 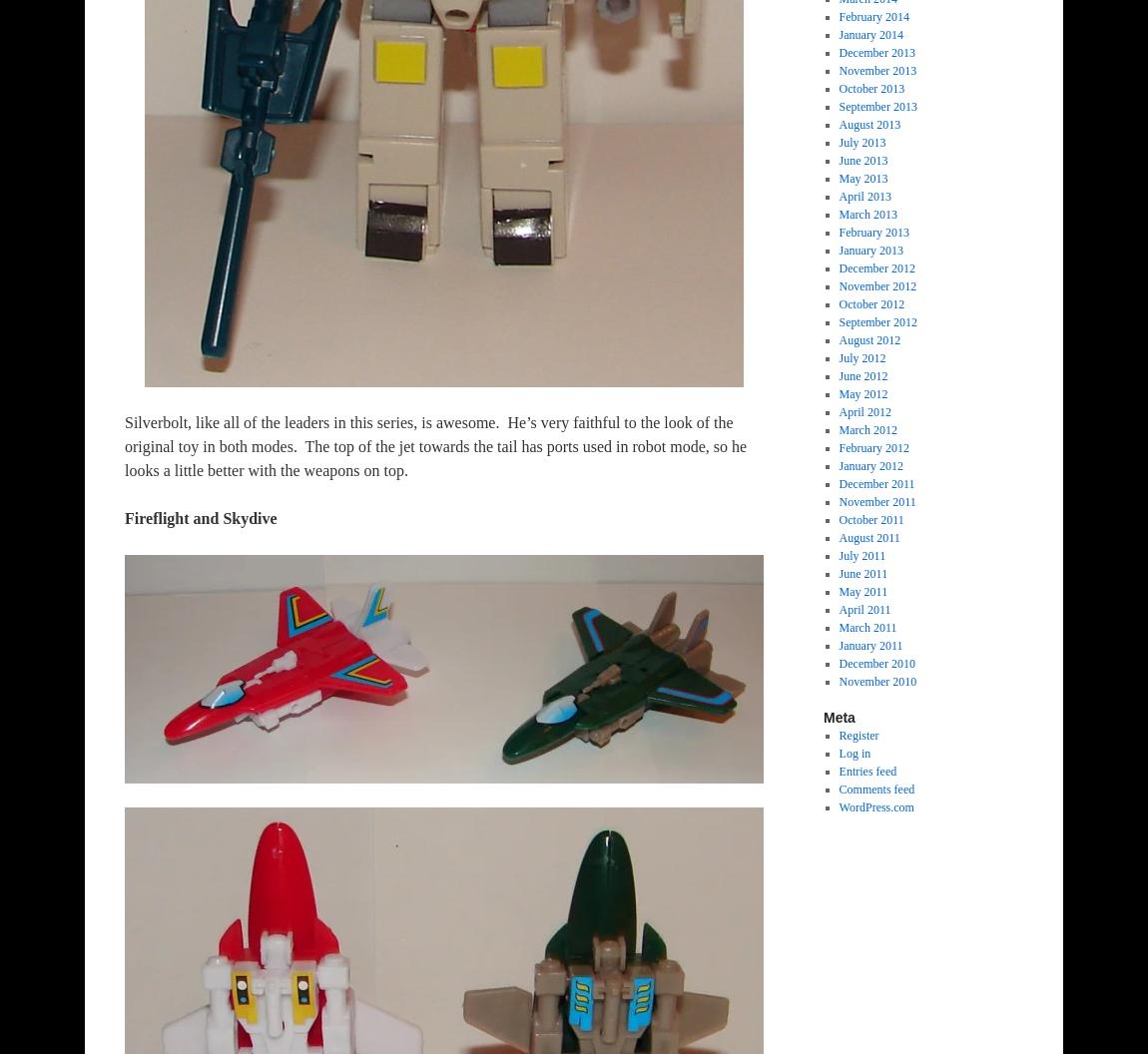 What do you see at coordinates (867, 770) in the screenshot?
I see `'Entries feed'` at bounding box center [867, 770].